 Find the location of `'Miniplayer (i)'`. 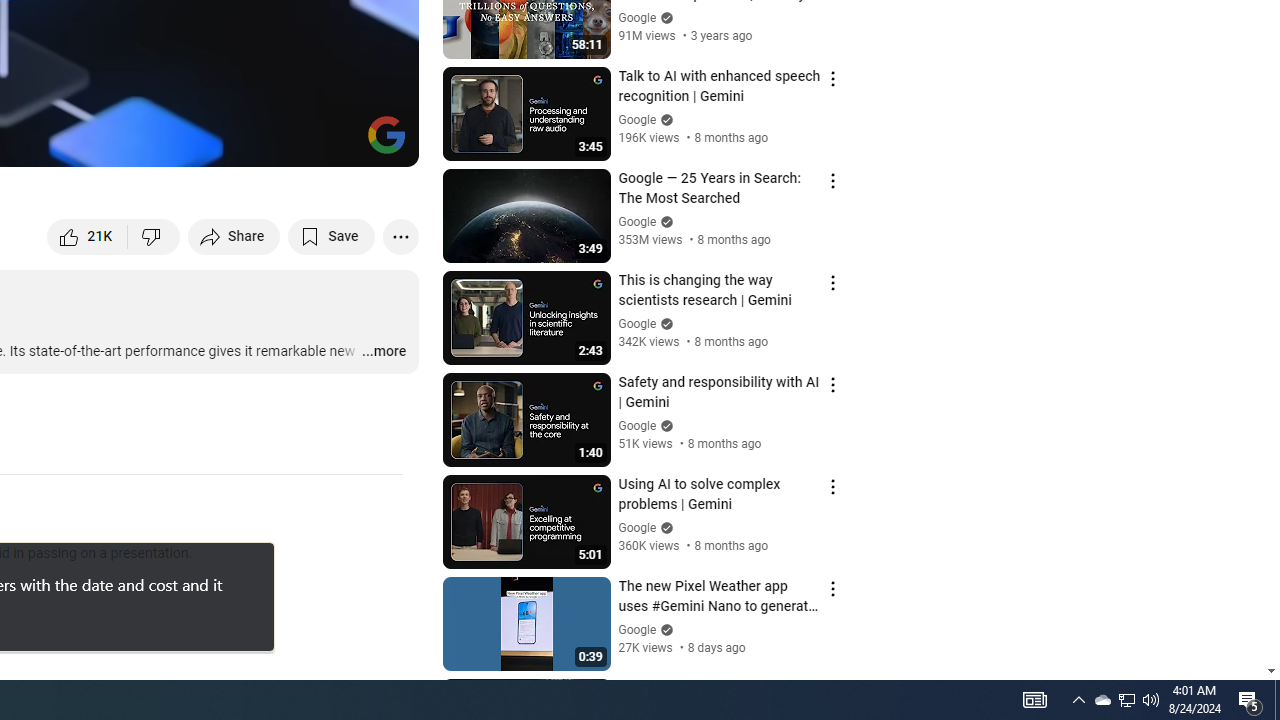

'Miniplayer (i)' is located at coordinates (285, 141).